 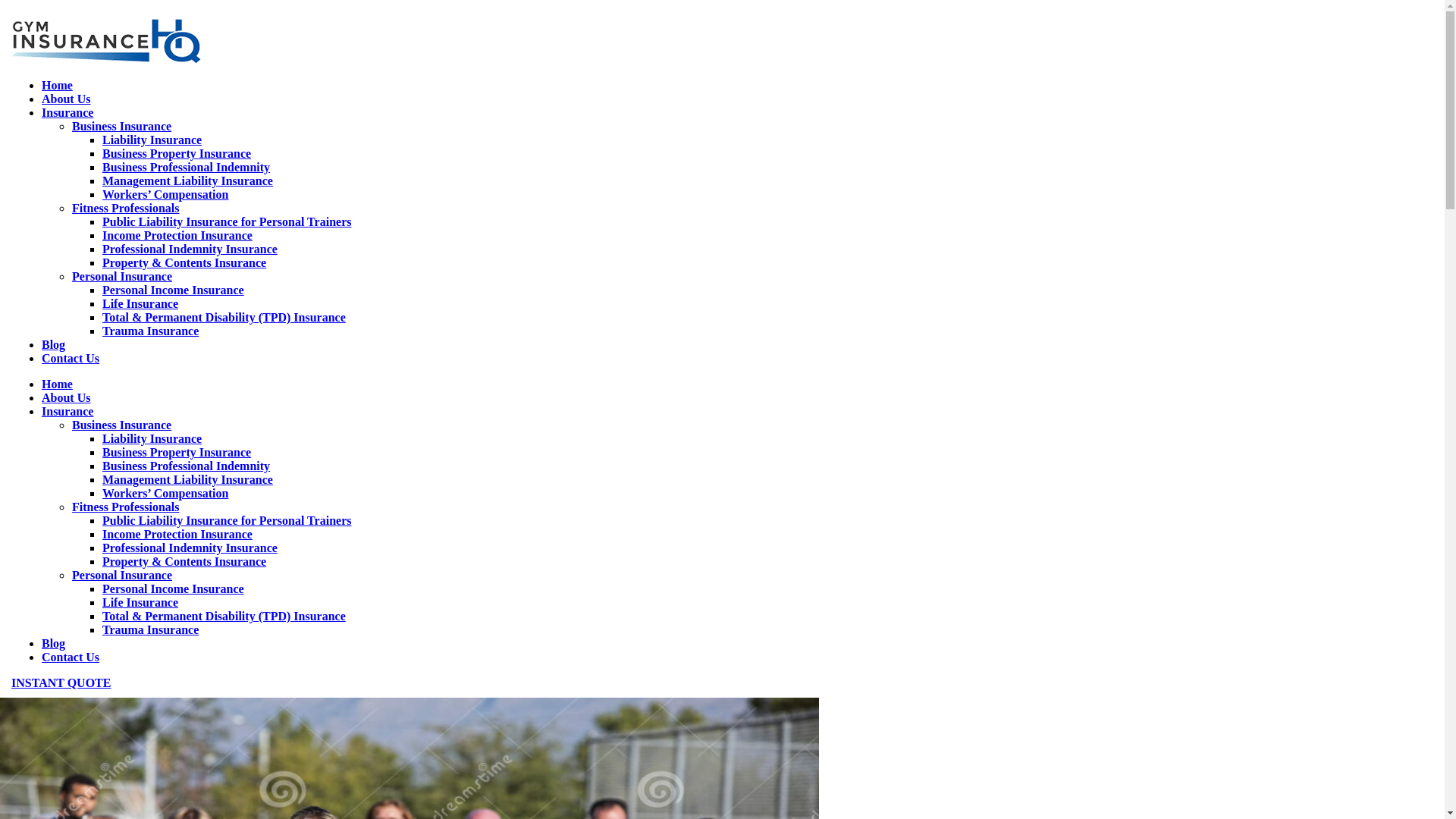 What do you see at coordinates (105, 40) in the screenshot?
I see `'logo'` at bounding box center [105, 40].